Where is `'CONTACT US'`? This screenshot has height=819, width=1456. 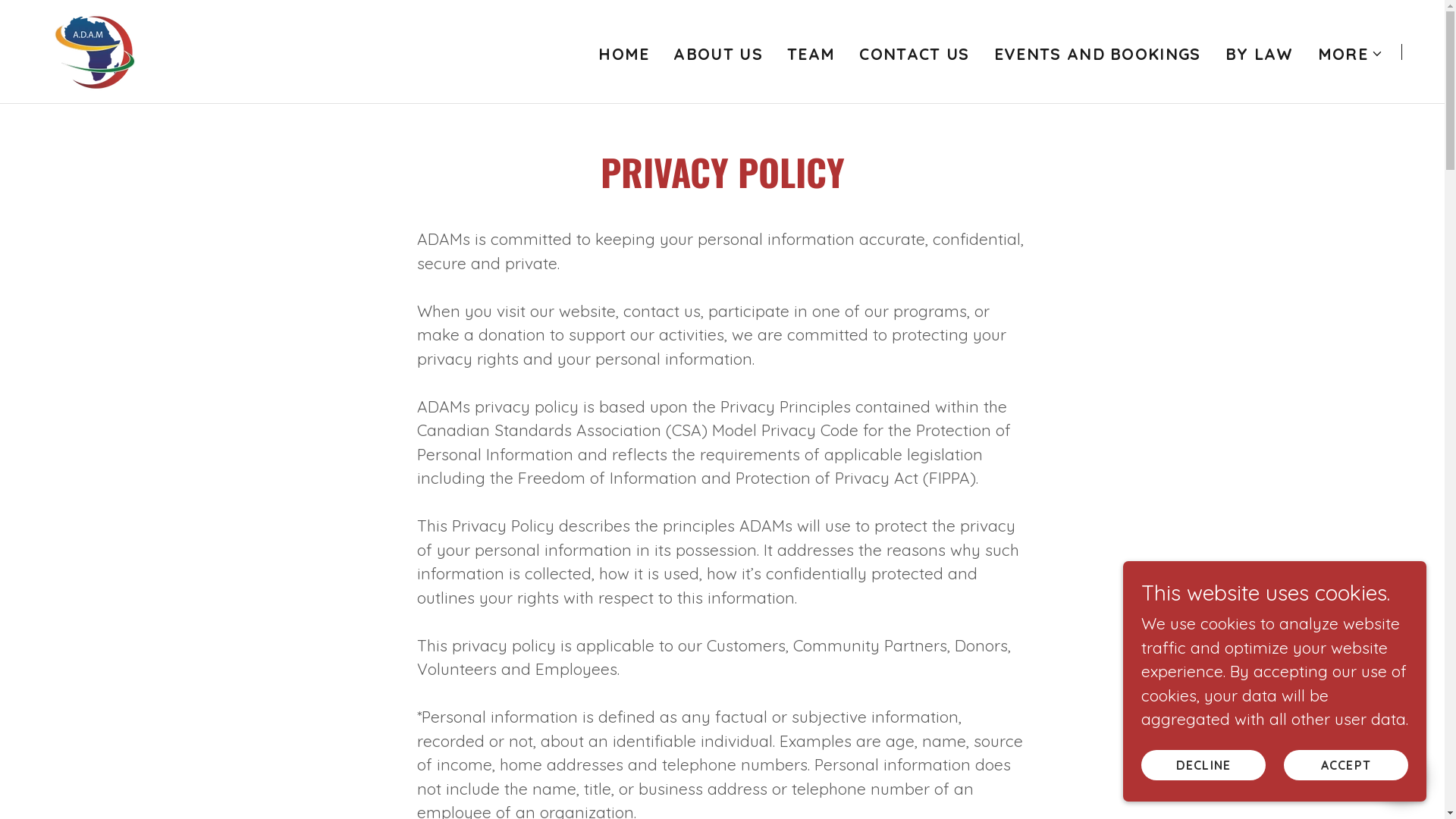 'CONTACT US' is located at coordinates (913, 52).